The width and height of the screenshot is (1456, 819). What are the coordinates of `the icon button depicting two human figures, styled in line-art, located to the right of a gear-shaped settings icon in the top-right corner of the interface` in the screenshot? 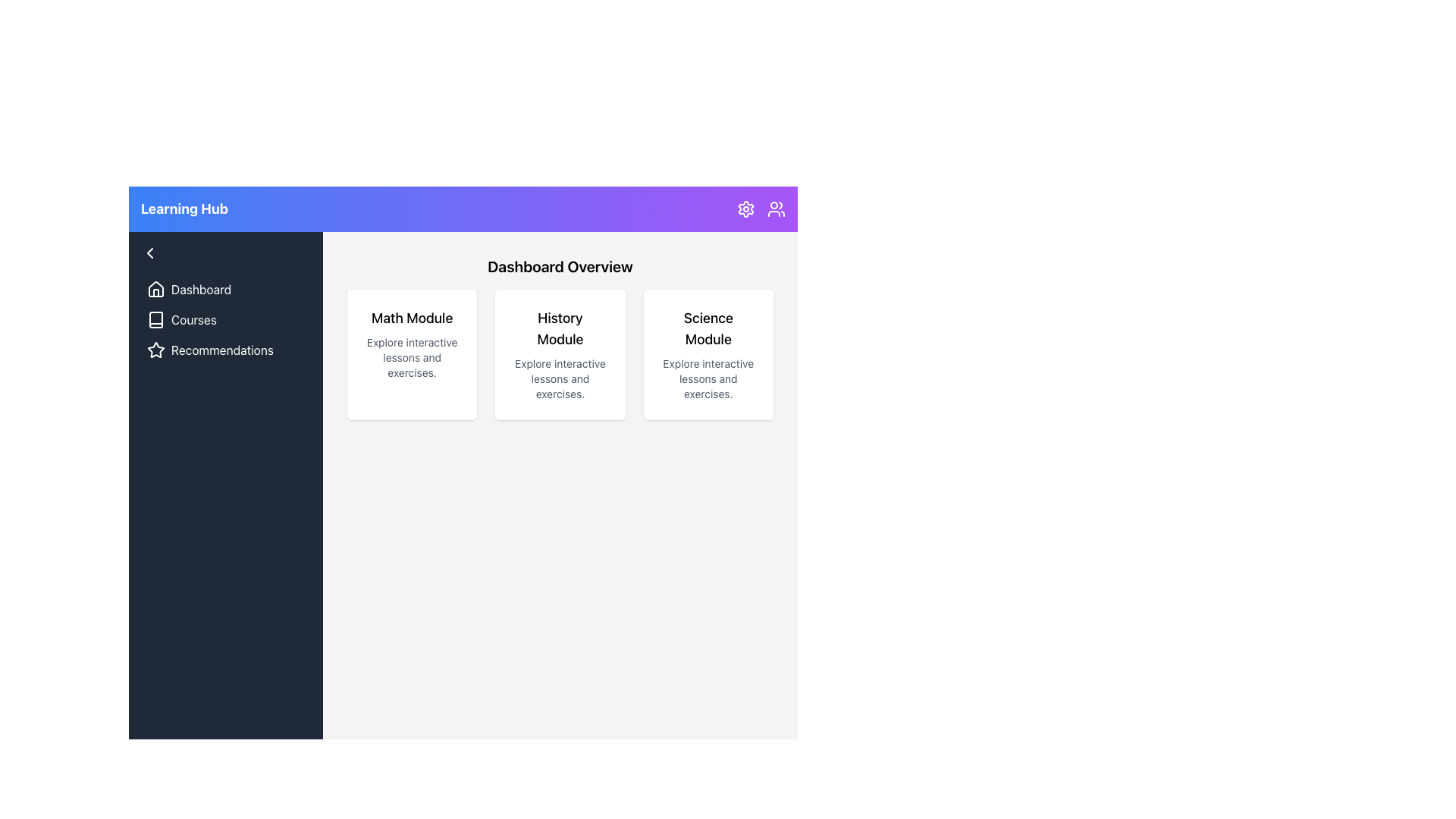 It's located at (776, 209).